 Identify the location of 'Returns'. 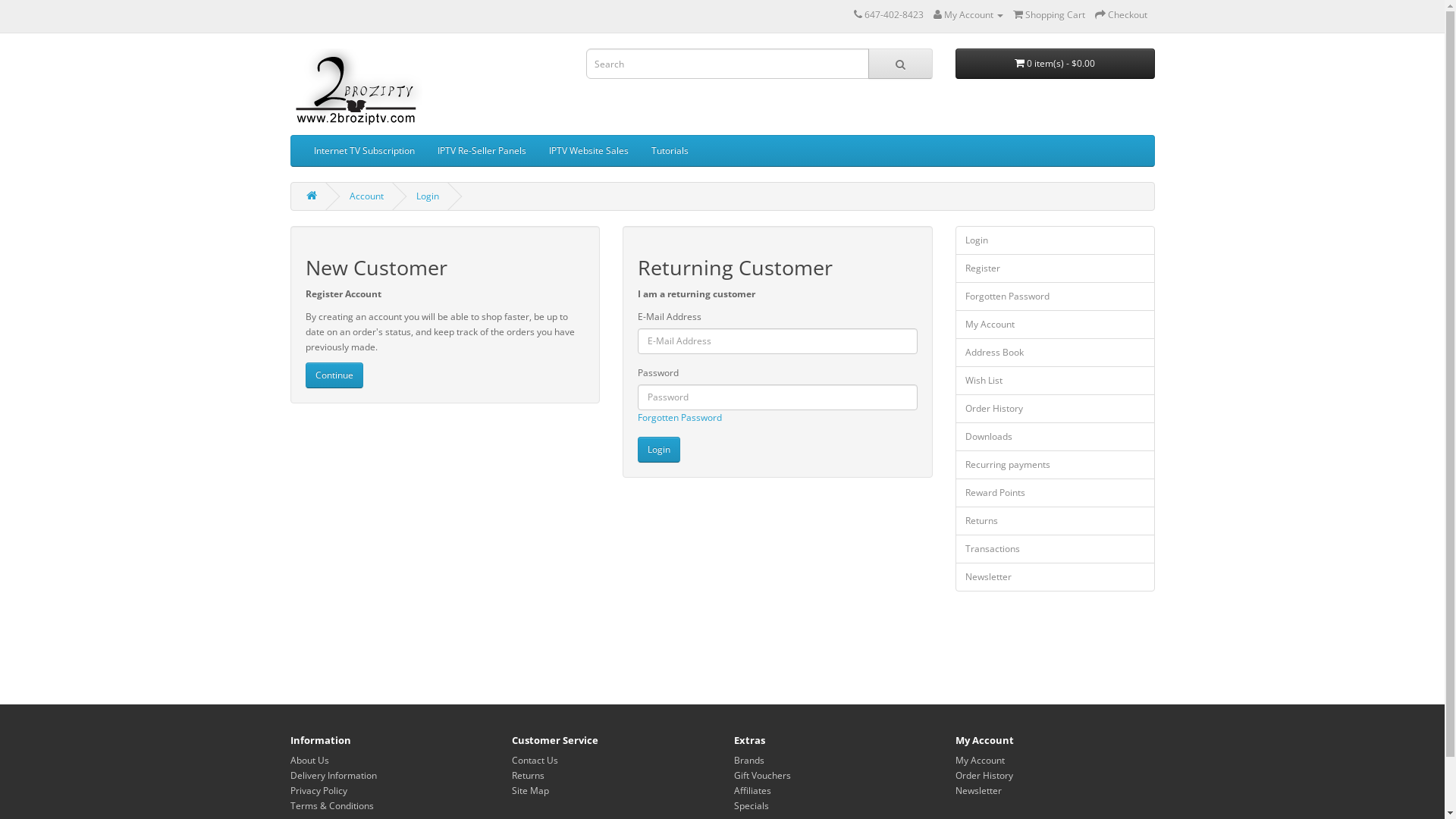
(528, 775).